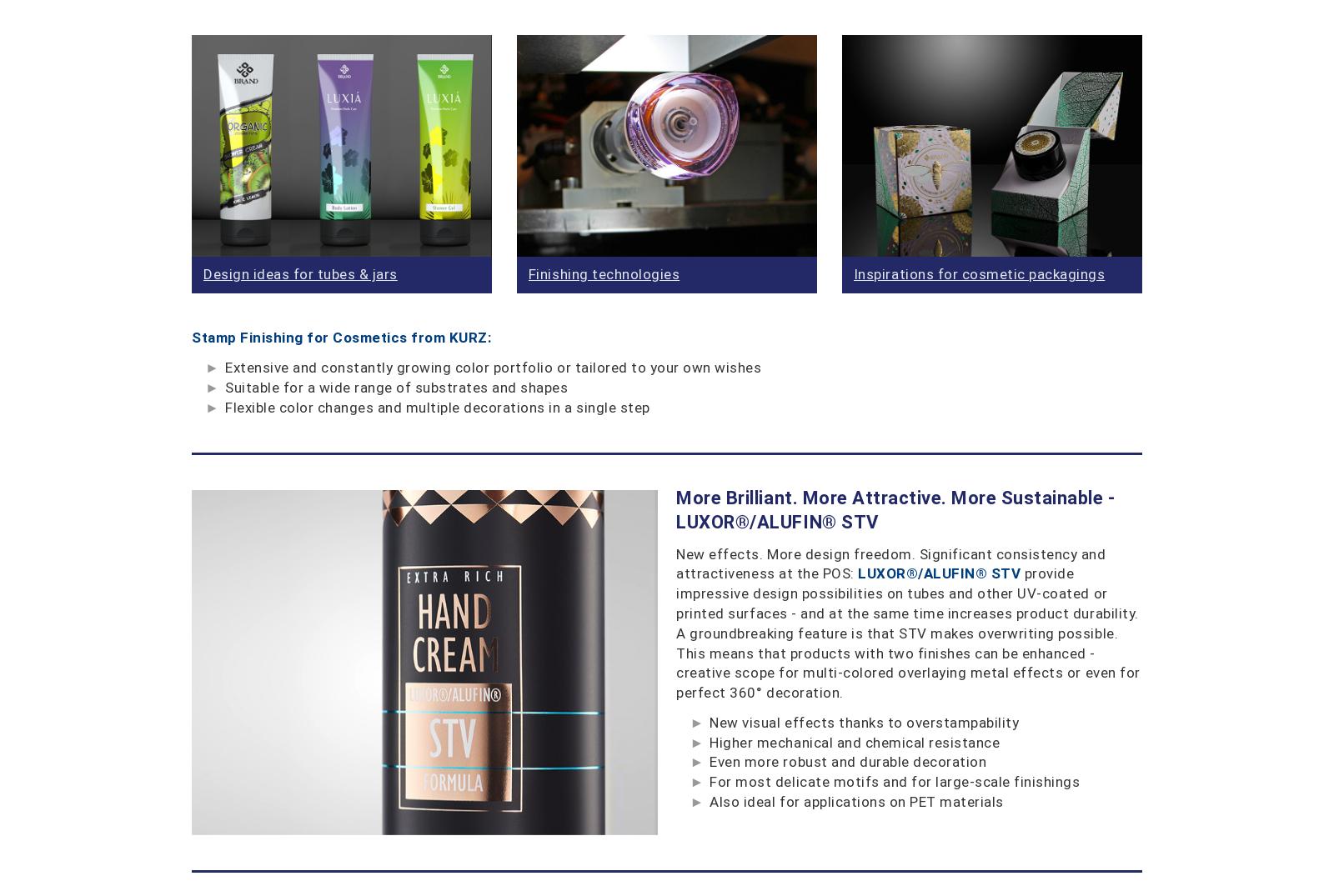 The image size is (1334, 896). I want to click on 'Also ideal for applications on PET materials', so click(856, 802).